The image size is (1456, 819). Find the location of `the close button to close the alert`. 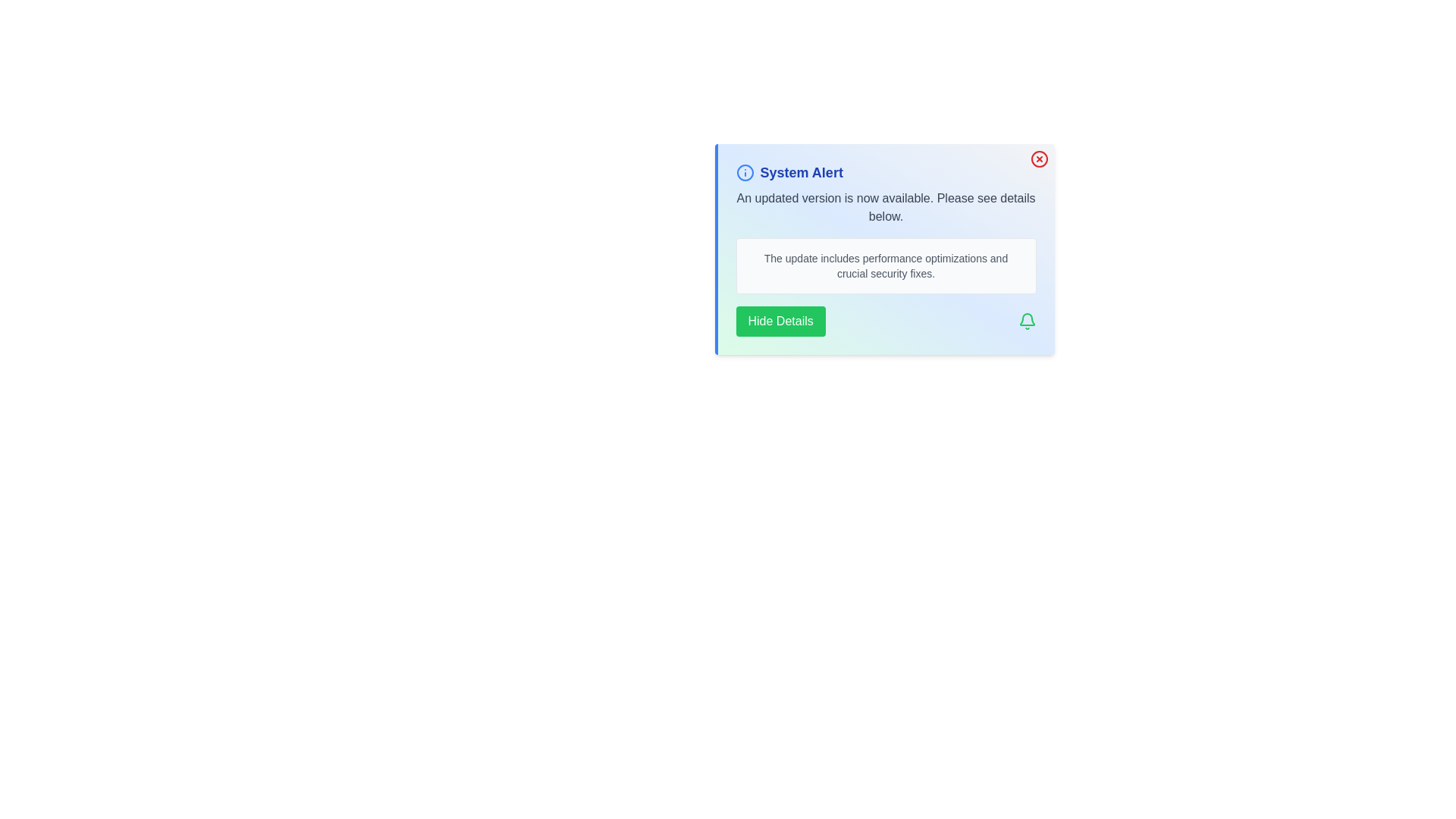

the close button to close the alert is located at coordinates (1038, 158).